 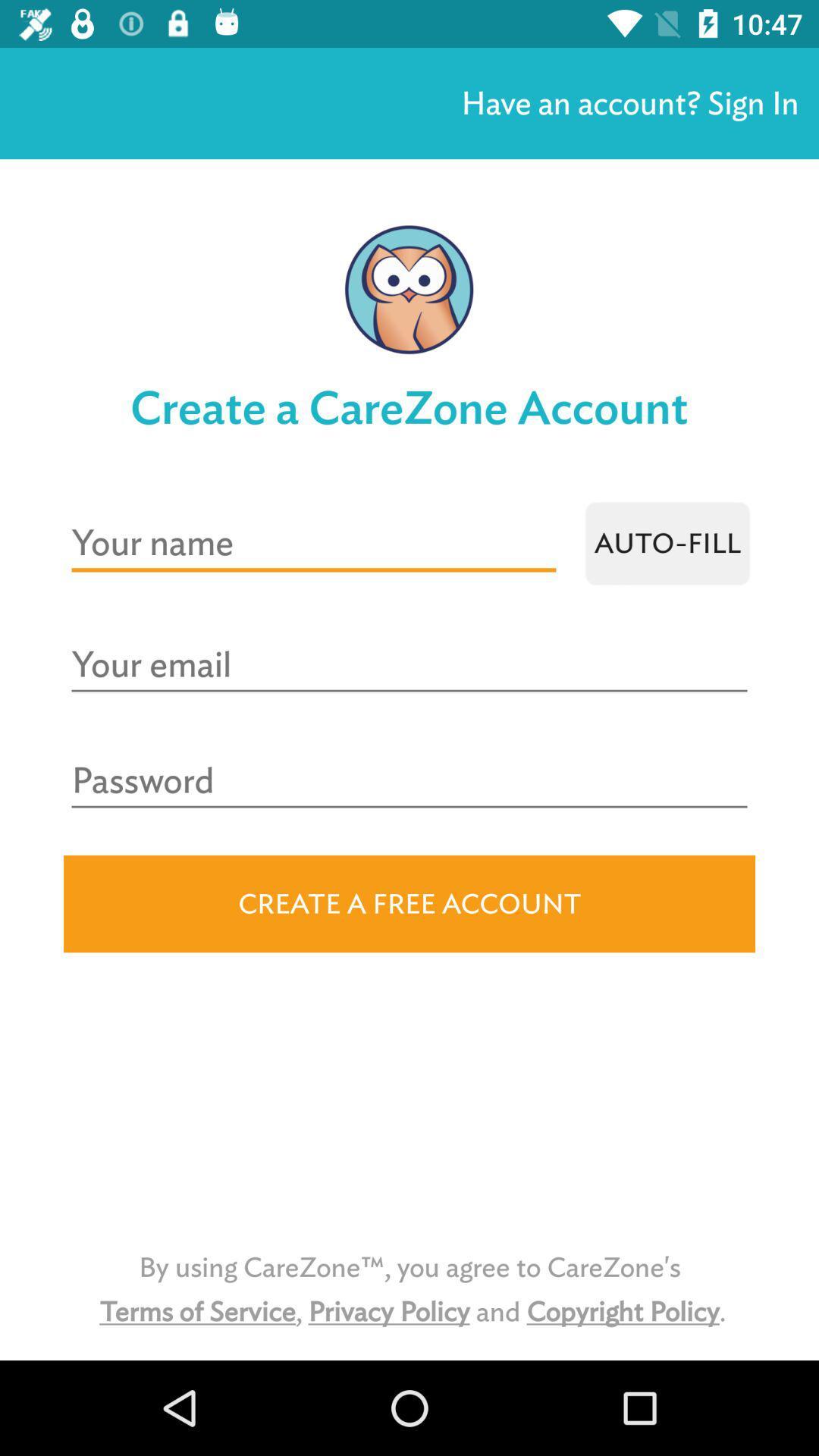 I want to click on email, so click(x=409, y=665).